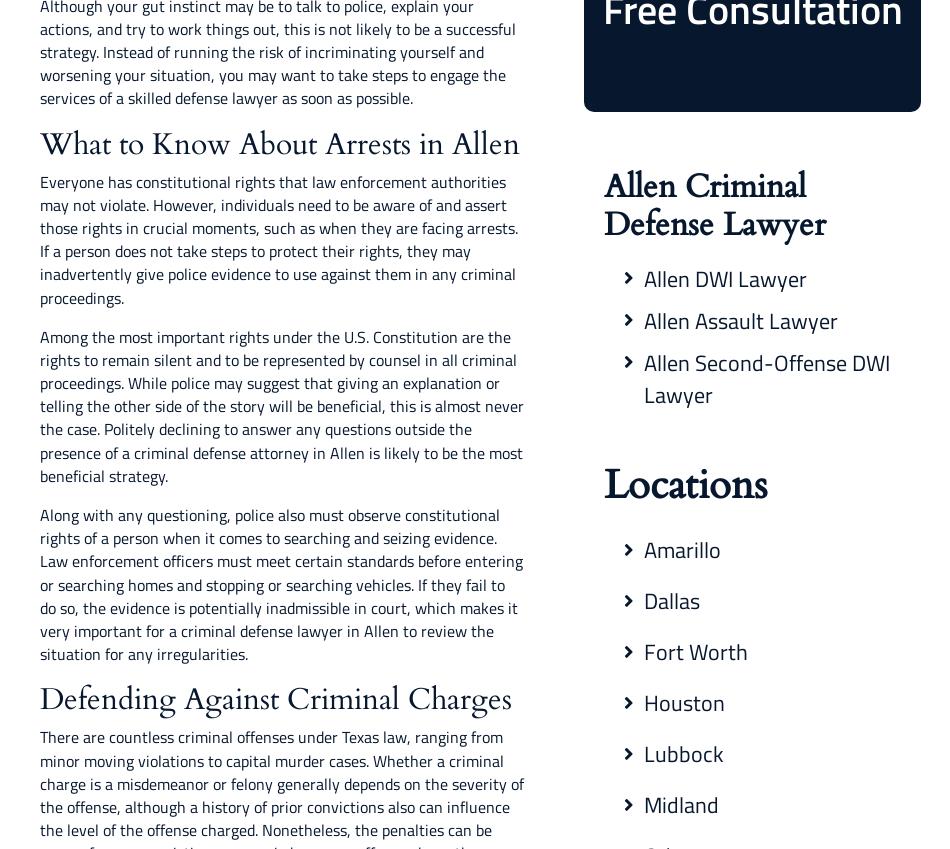 The height and width of the screenshot is (849, 950). Describe the element at coordinates (278, 238) in the screenshot. I see `'Everyone has constitutional rights that law enforcement authorities may not violate. However, individuals need to be aware of and assert those rights in crucial moments, such as when they are facing arrests. If a person does not take steps to protect their rights, they may inadvertently give police evidence to use against them in any criminal proceedings.'` at that location.